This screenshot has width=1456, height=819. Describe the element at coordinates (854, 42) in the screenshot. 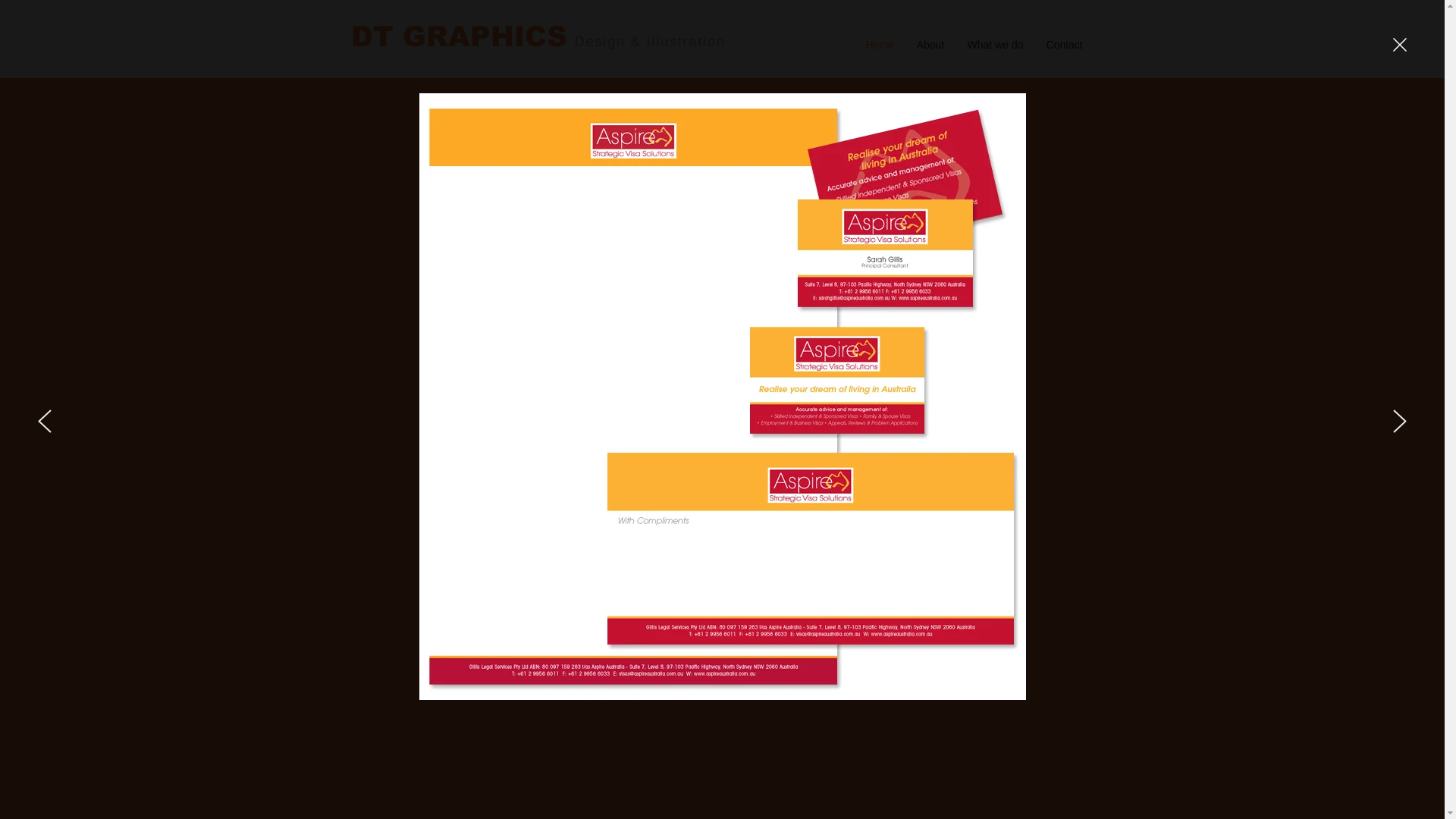

I see `'Home'` at that location.